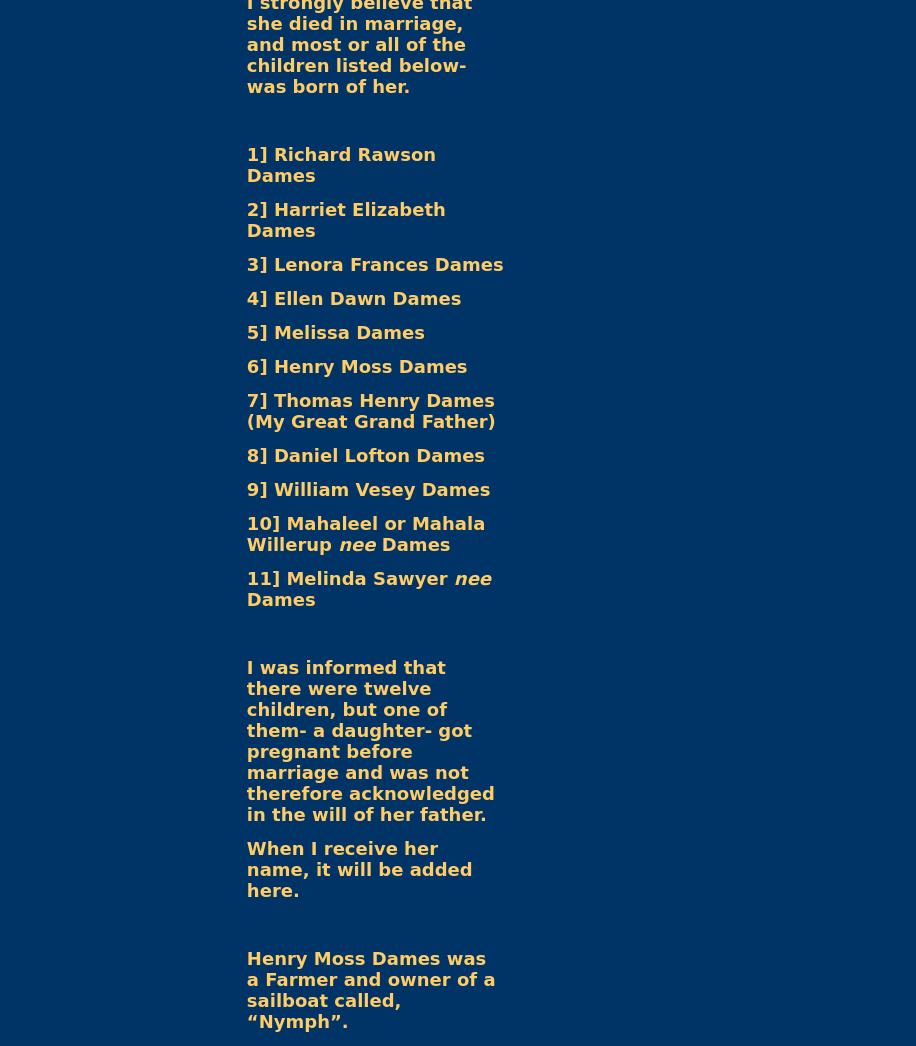  I want to click on '4] Ellen Dawn Dames', so click(353, 298).